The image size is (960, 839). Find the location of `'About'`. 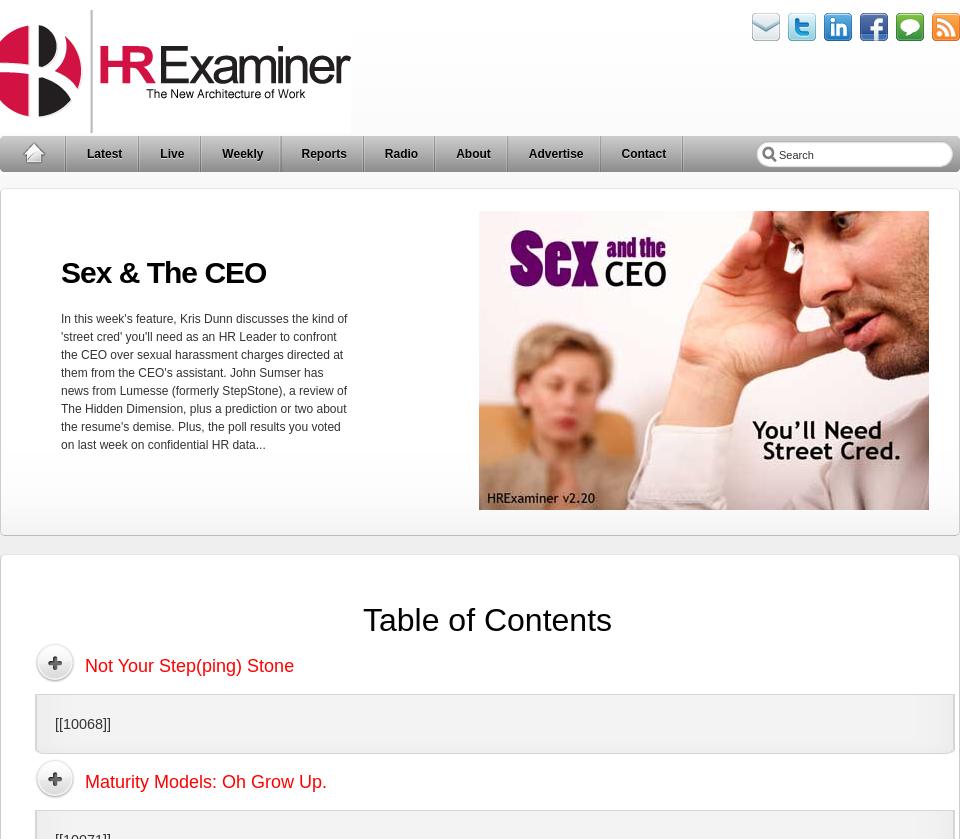

'About' is located at coordinates (472, 154).